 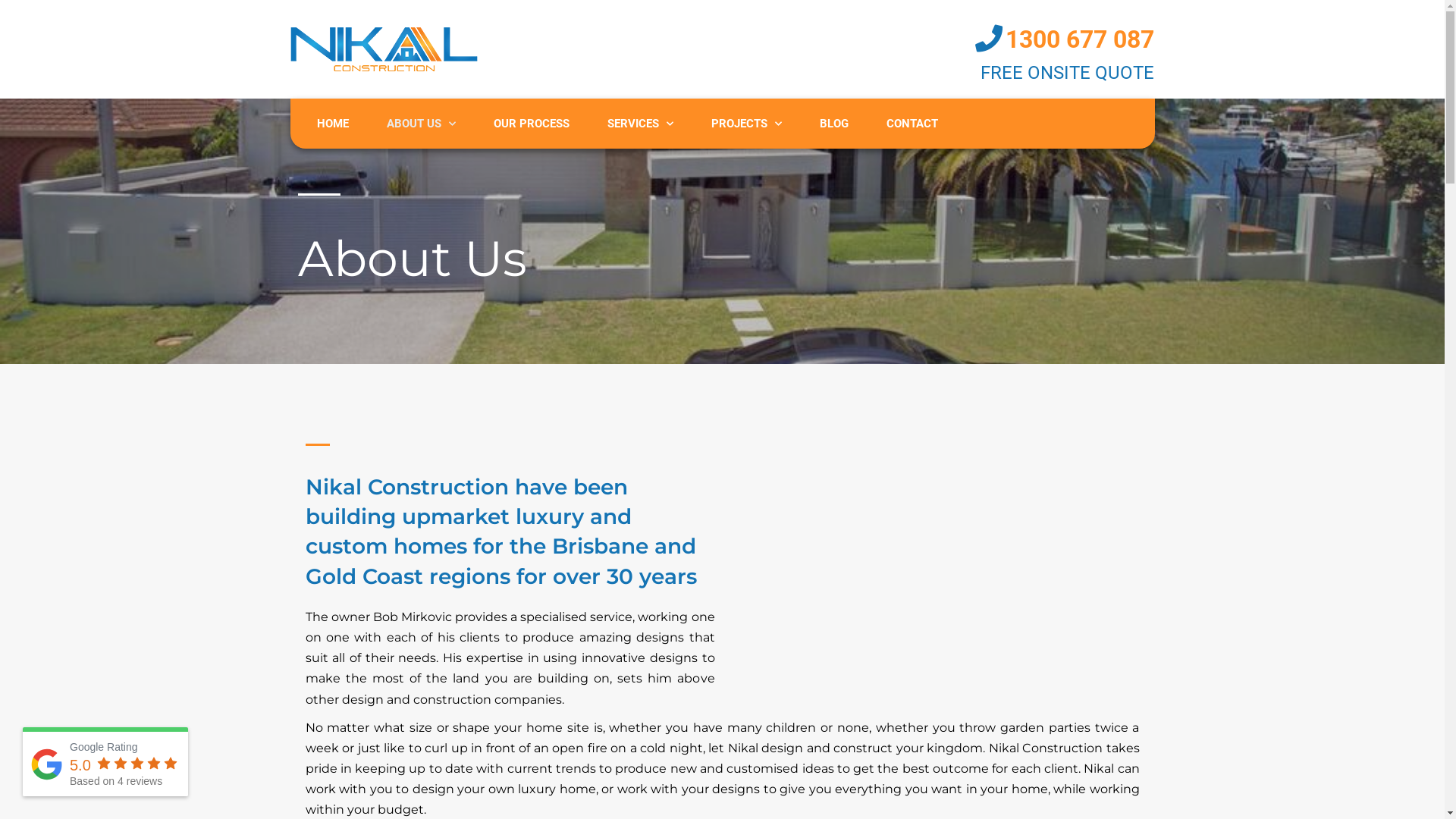 I want to click on 'SERVICES', so click(x=640, y=122).